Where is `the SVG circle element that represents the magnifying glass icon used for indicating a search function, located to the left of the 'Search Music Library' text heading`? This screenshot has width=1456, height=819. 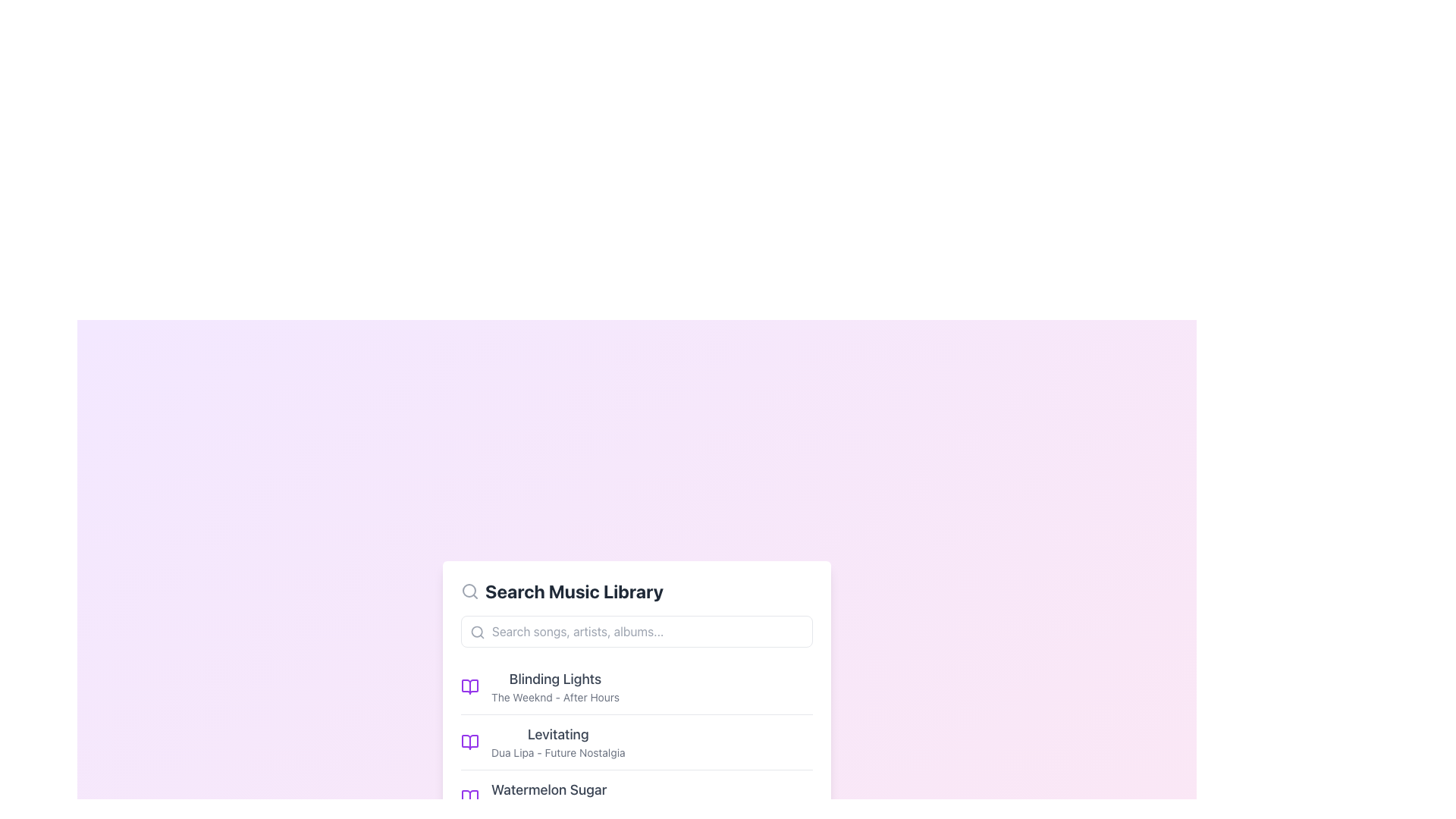 the SVG circle element that represents the magnifying glass icon used for indicating a search function, located to the left of the 'Search Music Library' text heading is located at coordinates (469, 589).